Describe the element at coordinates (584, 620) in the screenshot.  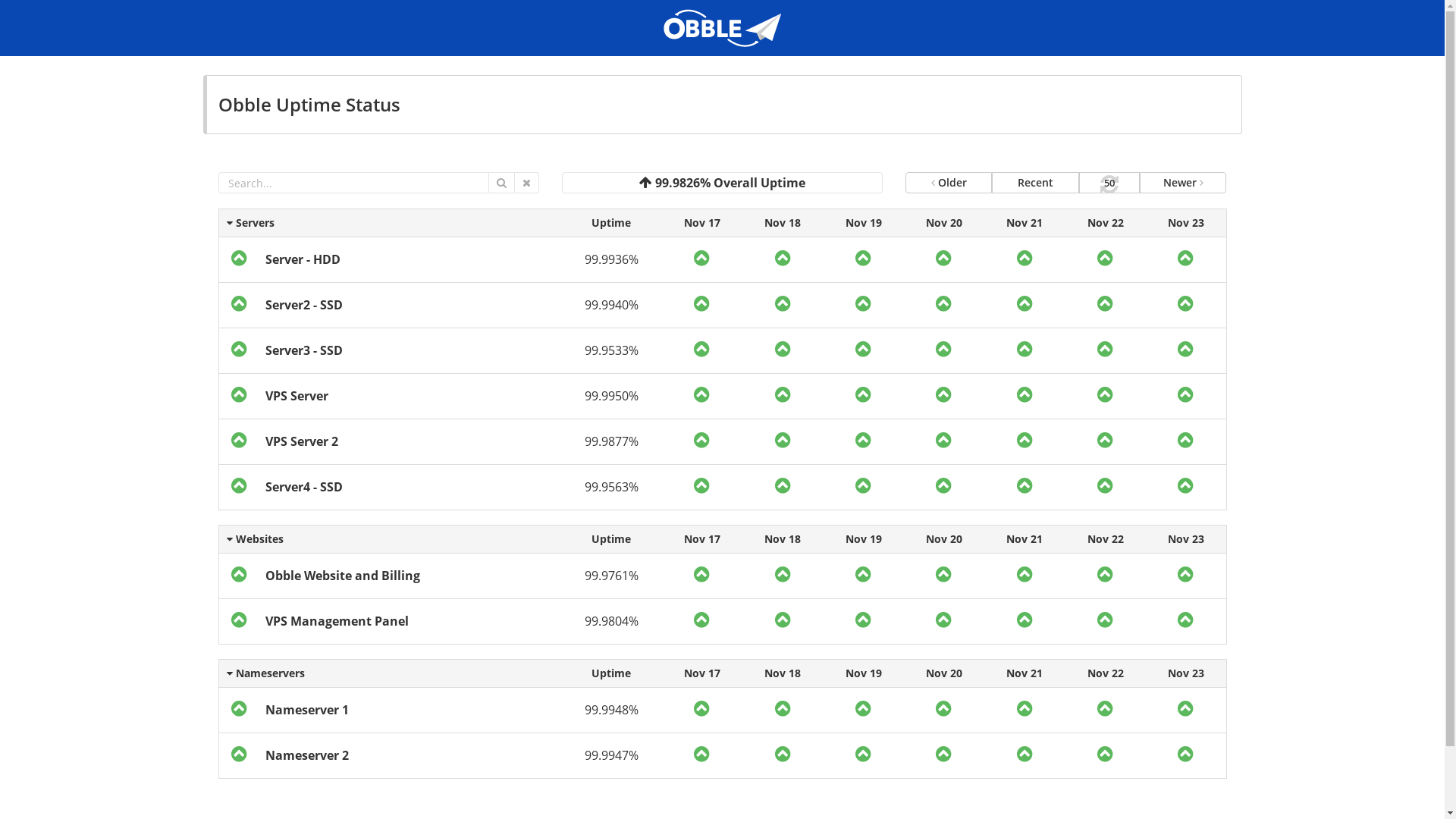
I see `'99.9804%'` at that location.